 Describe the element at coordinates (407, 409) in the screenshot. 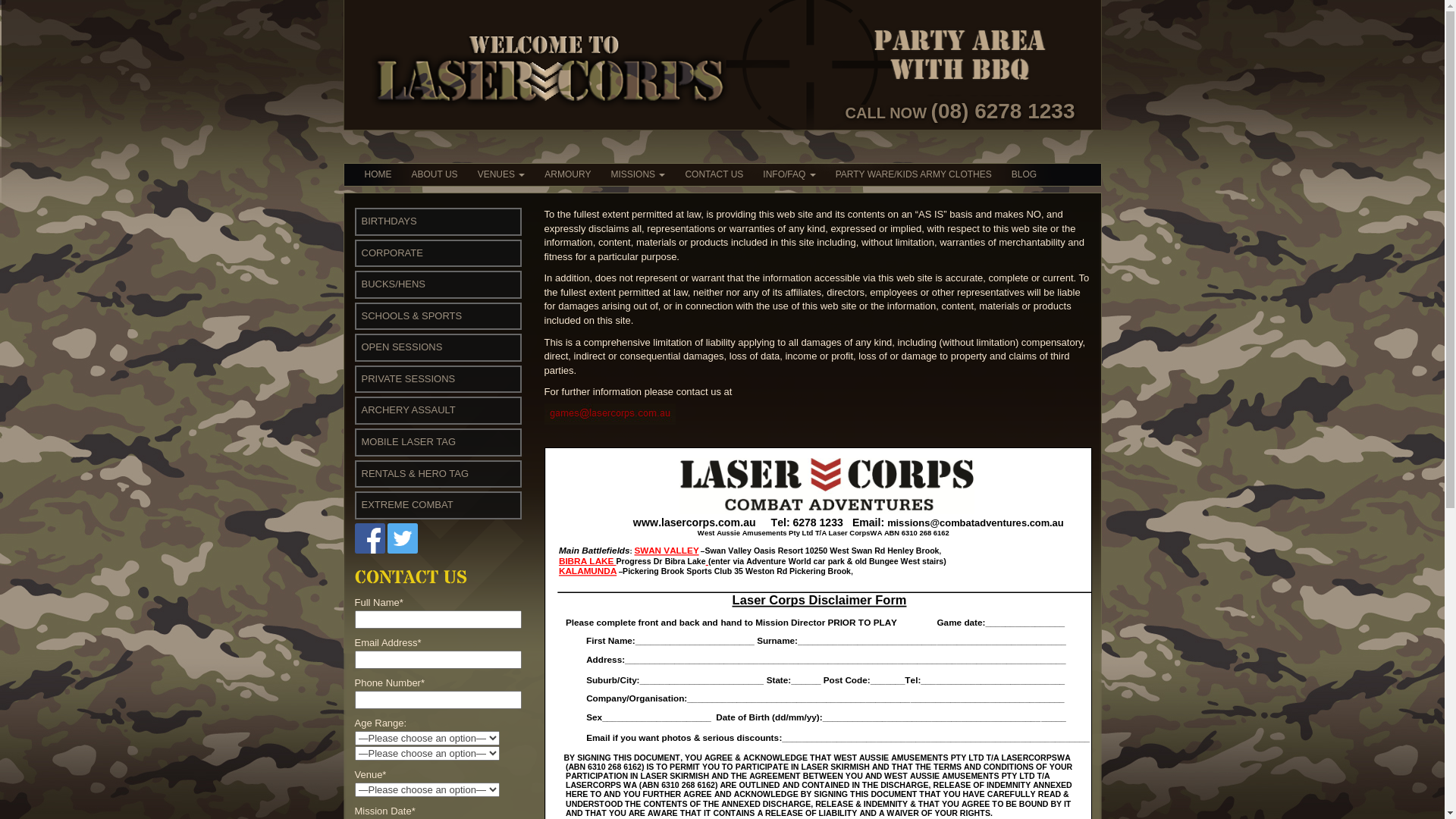

I see `'ARCHERY ASSAULT'` at that location.